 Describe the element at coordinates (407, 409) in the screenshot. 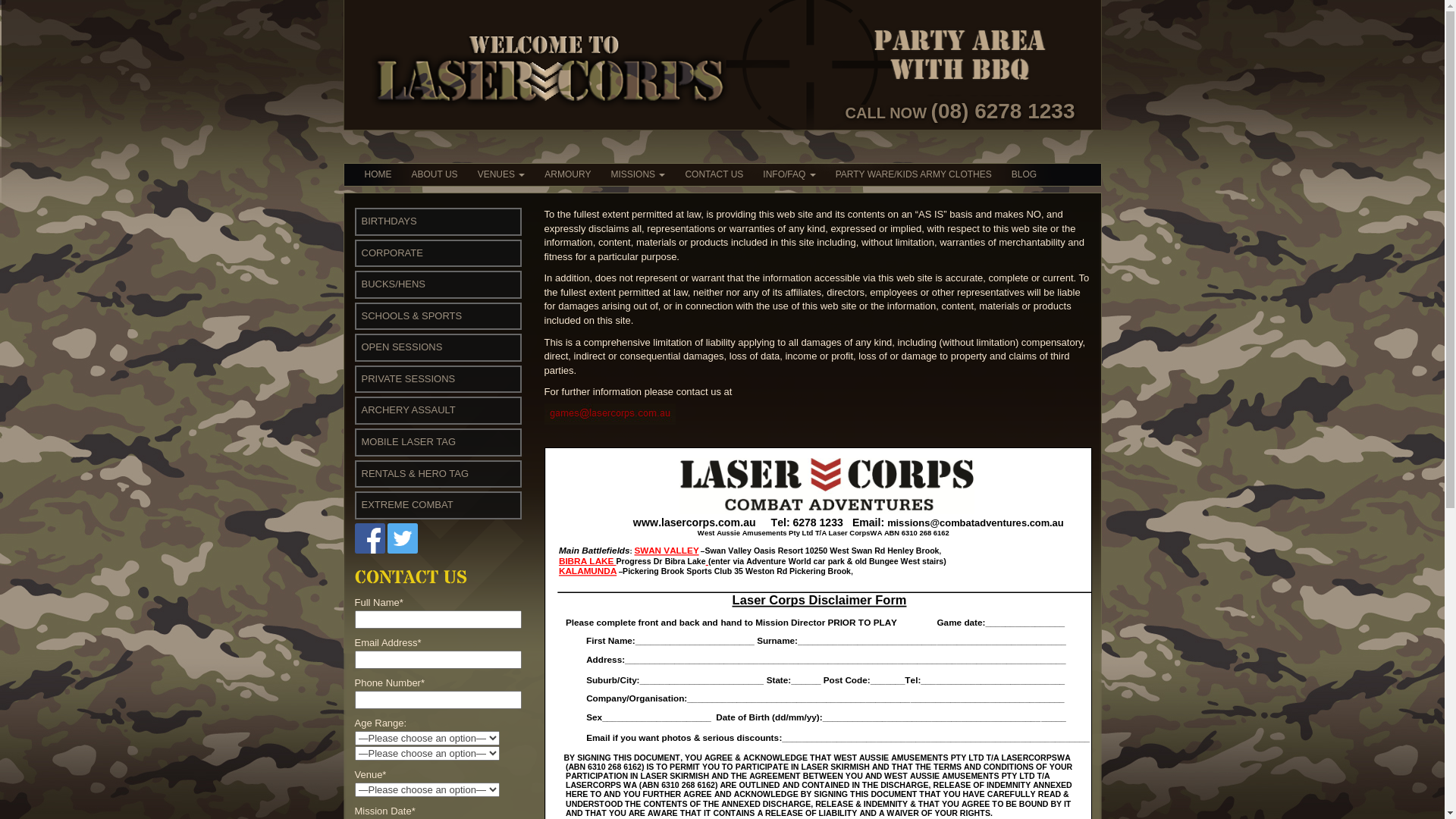

I see `'ARCHERY ASSAULT'` at that location.